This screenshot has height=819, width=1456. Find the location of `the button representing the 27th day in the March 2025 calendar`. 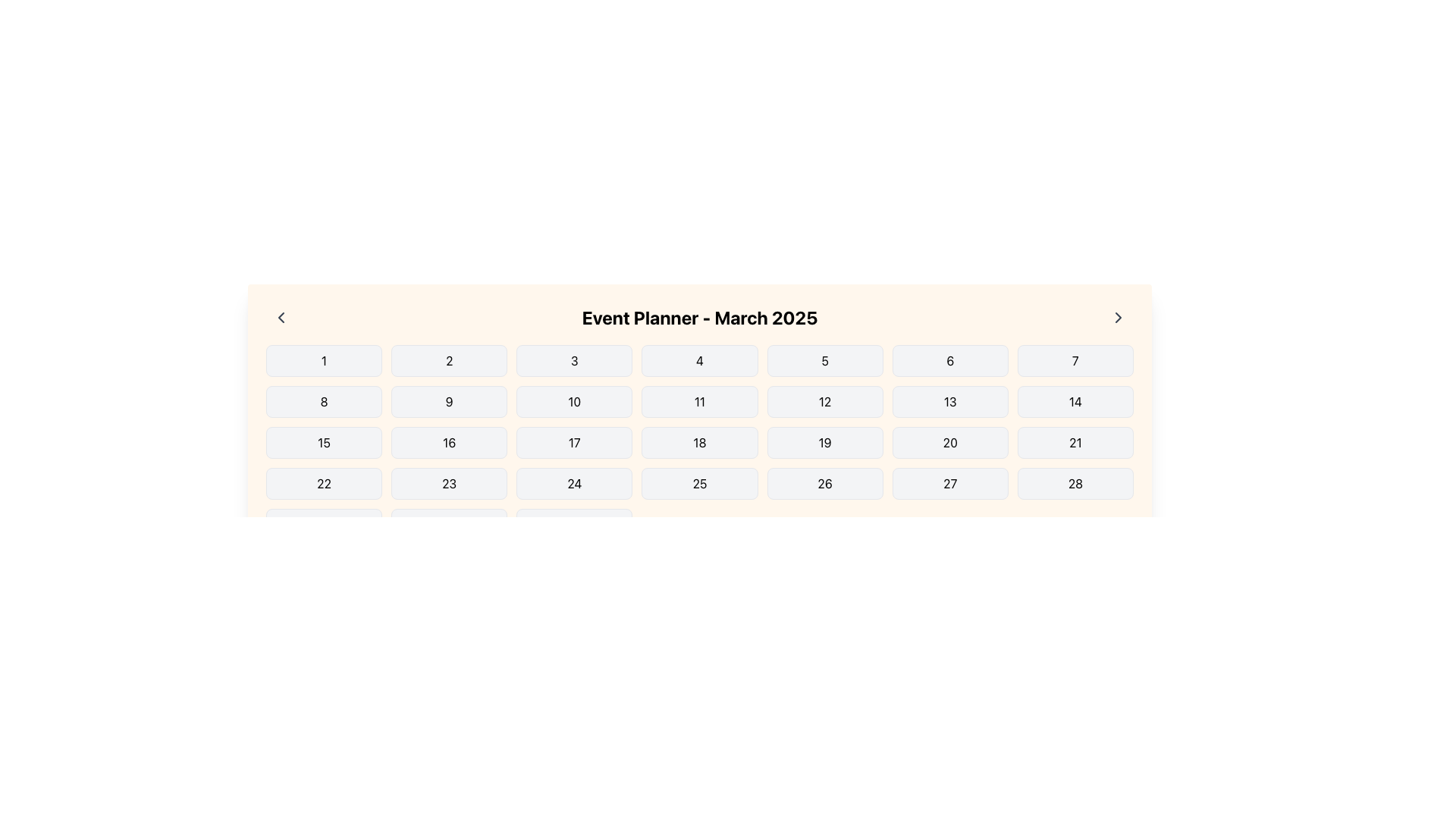

the button representing the 27th day in the March 2025 calendar is located at coordinates (949, 483).